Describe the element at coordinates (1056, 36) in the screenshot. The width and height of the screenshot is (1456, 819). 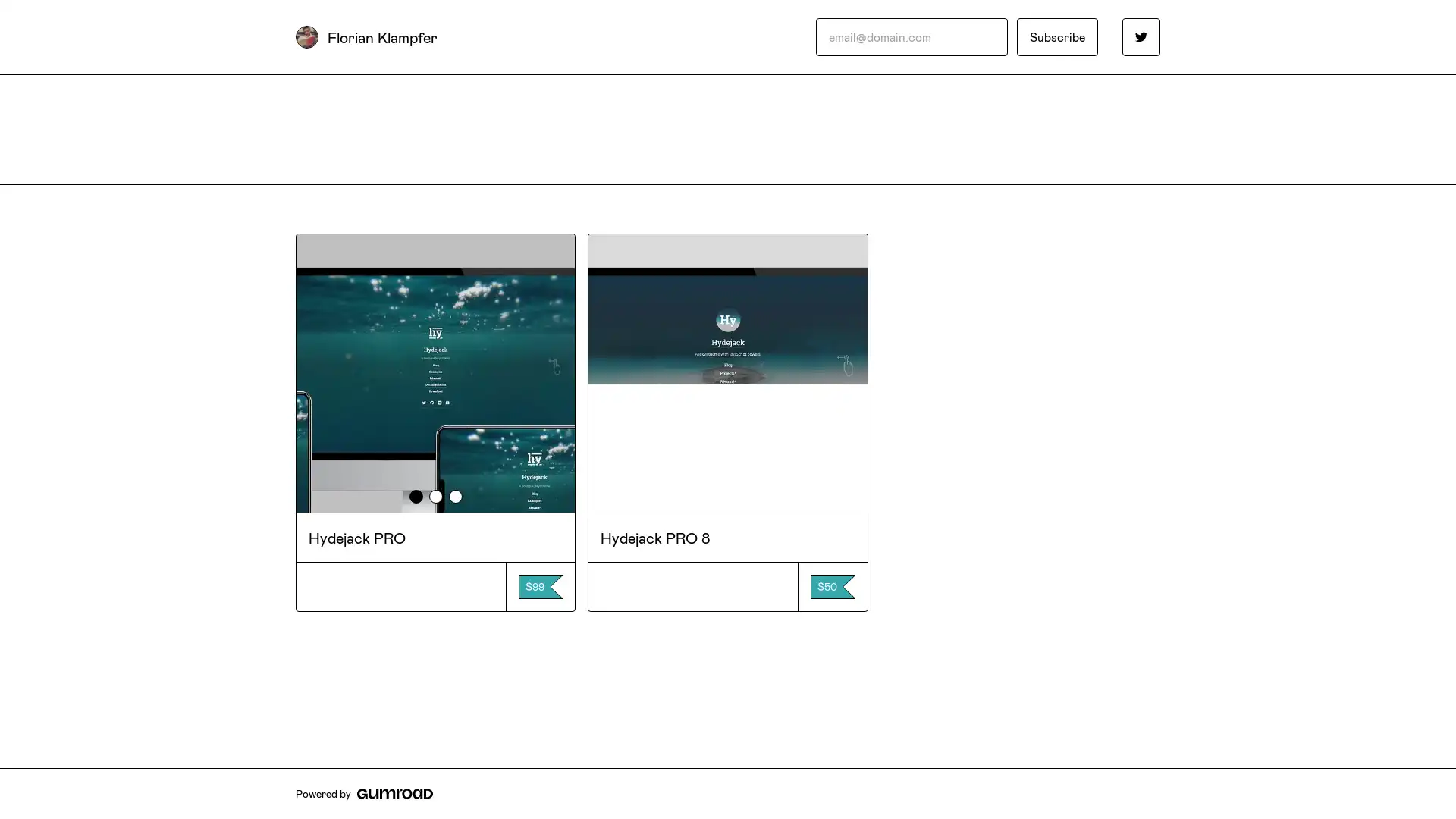
I see `Subscribe` at that location.